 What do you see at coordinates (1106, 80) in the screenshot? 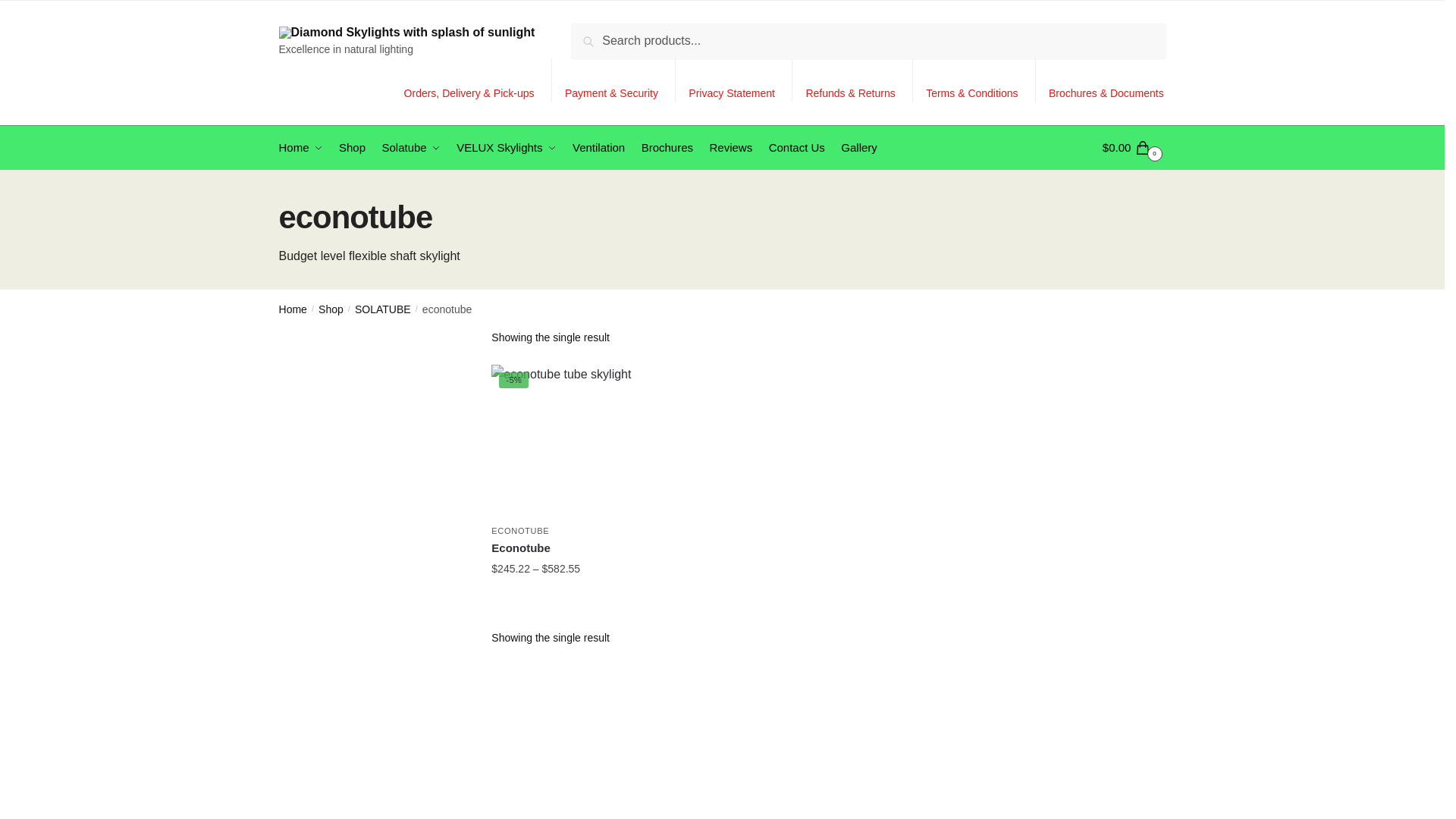
I see `'Brochures & Documents'` at bounding box center [1106, 80].